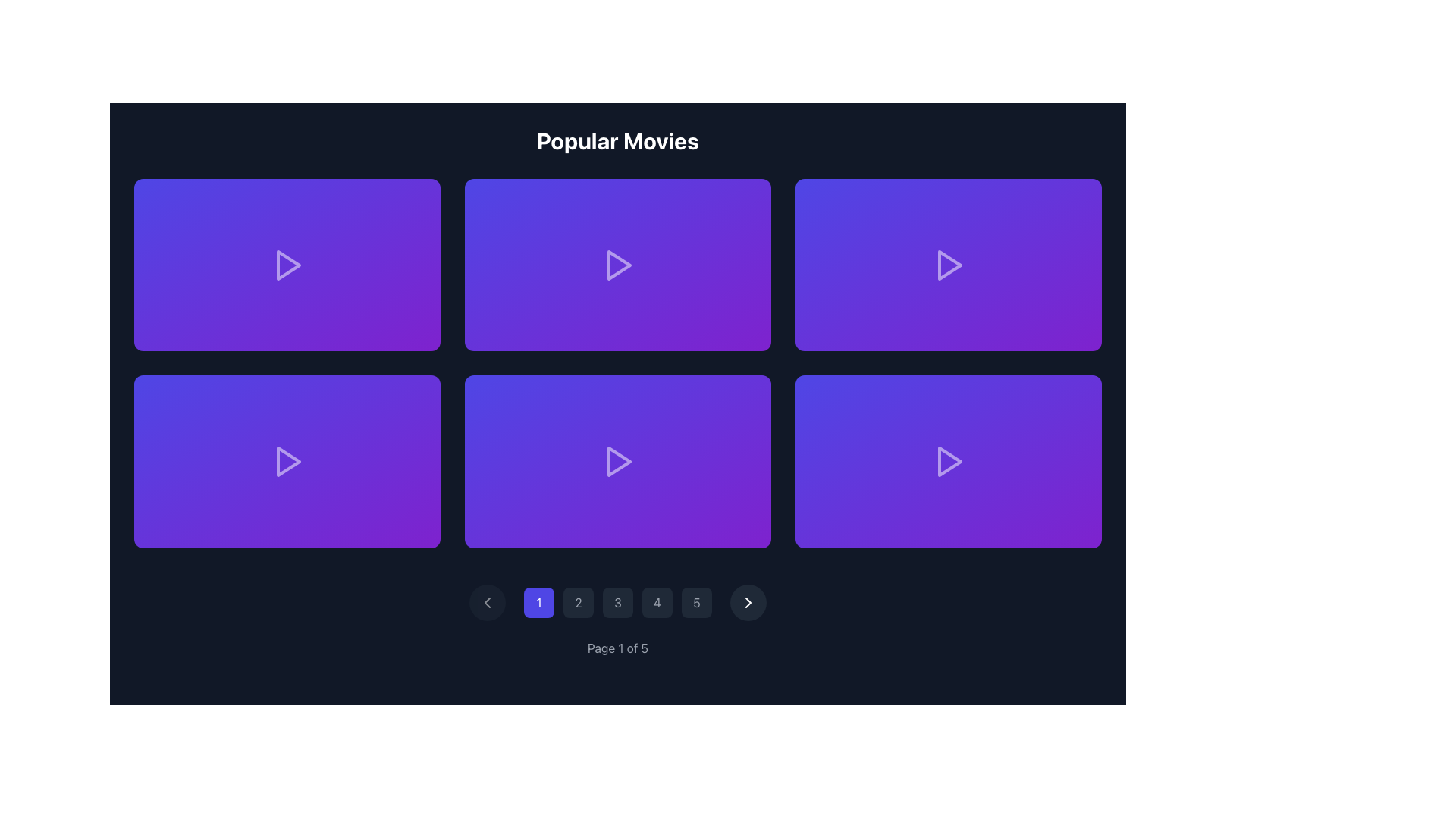 Image resolution: width=1456 pixels, height=819 pixels. I want to click on the play button element located in the second row and first column of the grid, so click(287, 460).